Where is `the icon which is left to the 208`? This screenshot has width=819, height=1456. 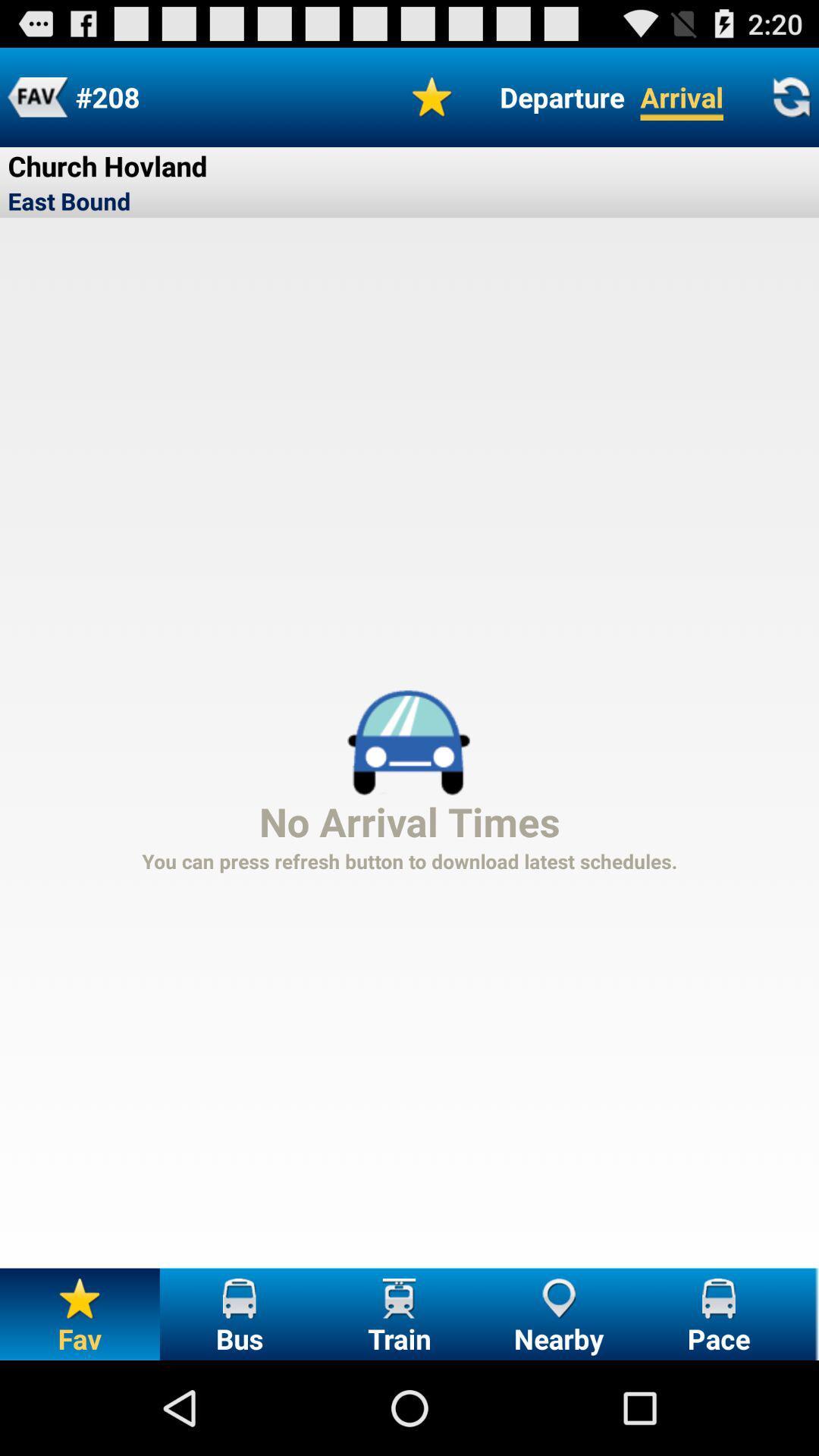 the icon which is left to the 208 is located at coordinates (37, 96).